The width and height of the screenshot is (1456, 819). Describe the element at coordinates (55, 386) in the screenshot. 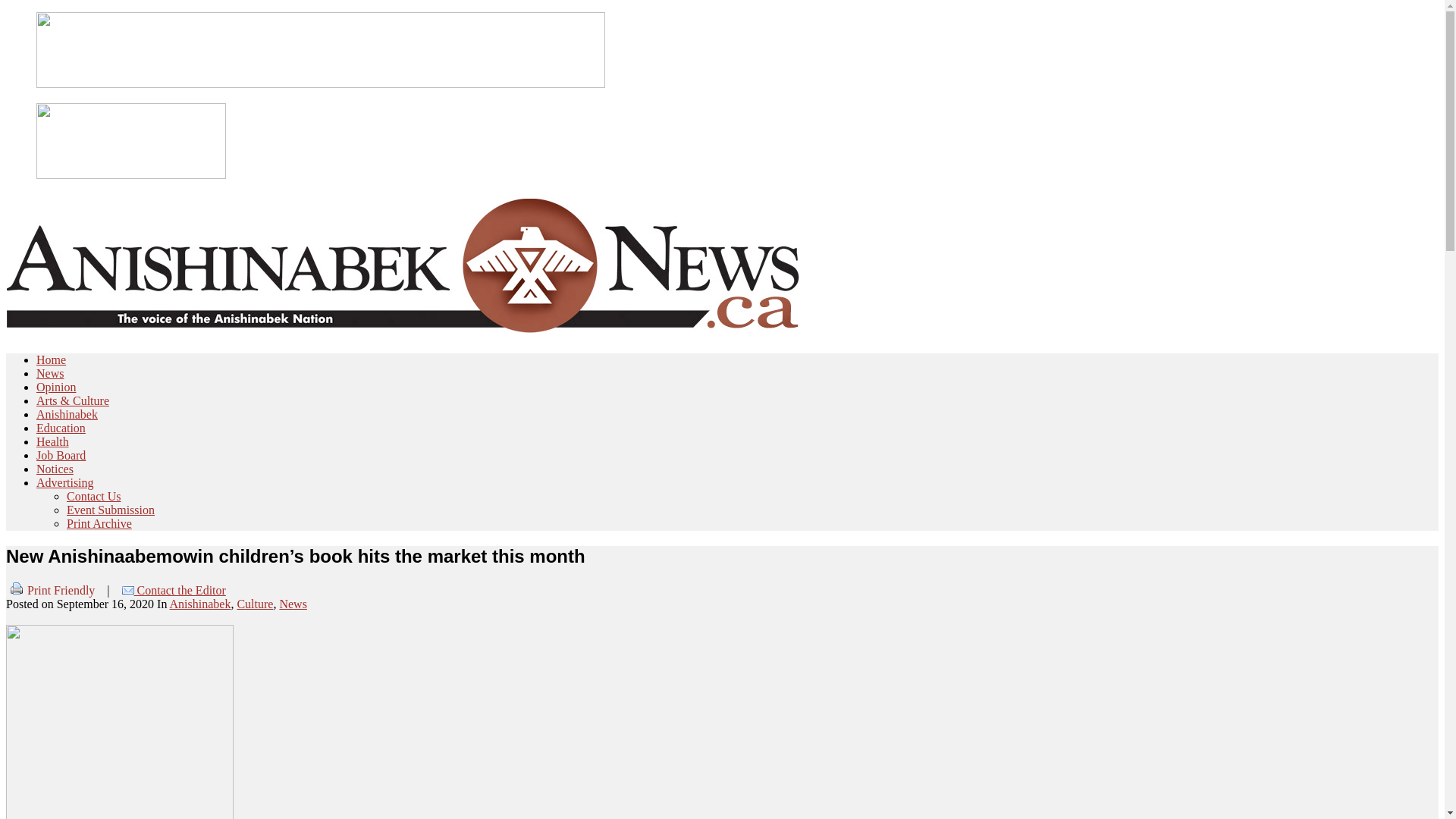

I see `'Opinion'` at that location.